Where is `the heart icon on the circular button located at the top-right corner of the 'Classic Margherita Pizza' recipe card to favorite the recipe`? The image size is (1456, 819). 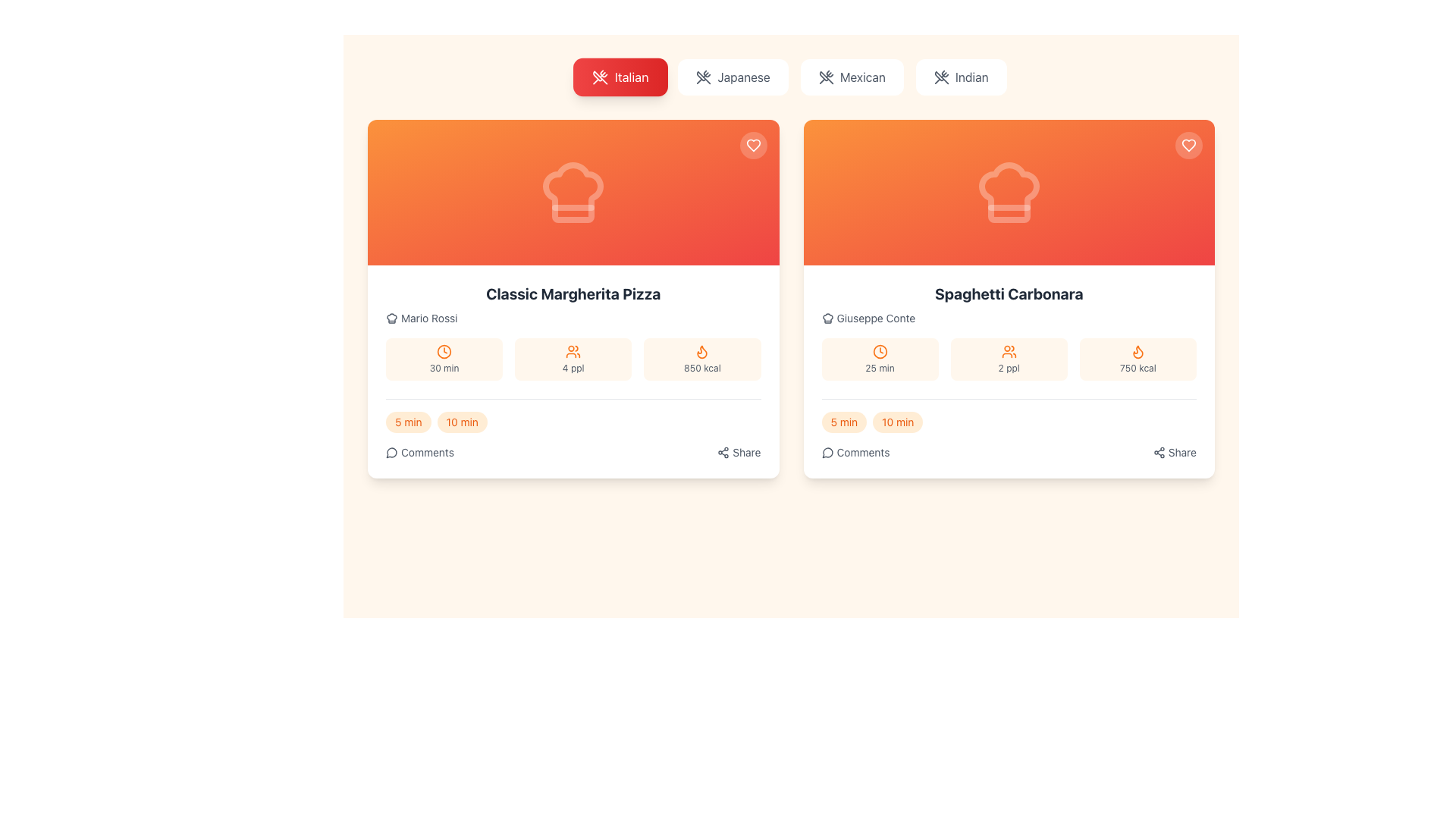
the heart icon on the circular button located at the top-right corner of the 'Classic Margherita Pizza' recipe card to favorite the recipe is located at coordinates (753, 146).